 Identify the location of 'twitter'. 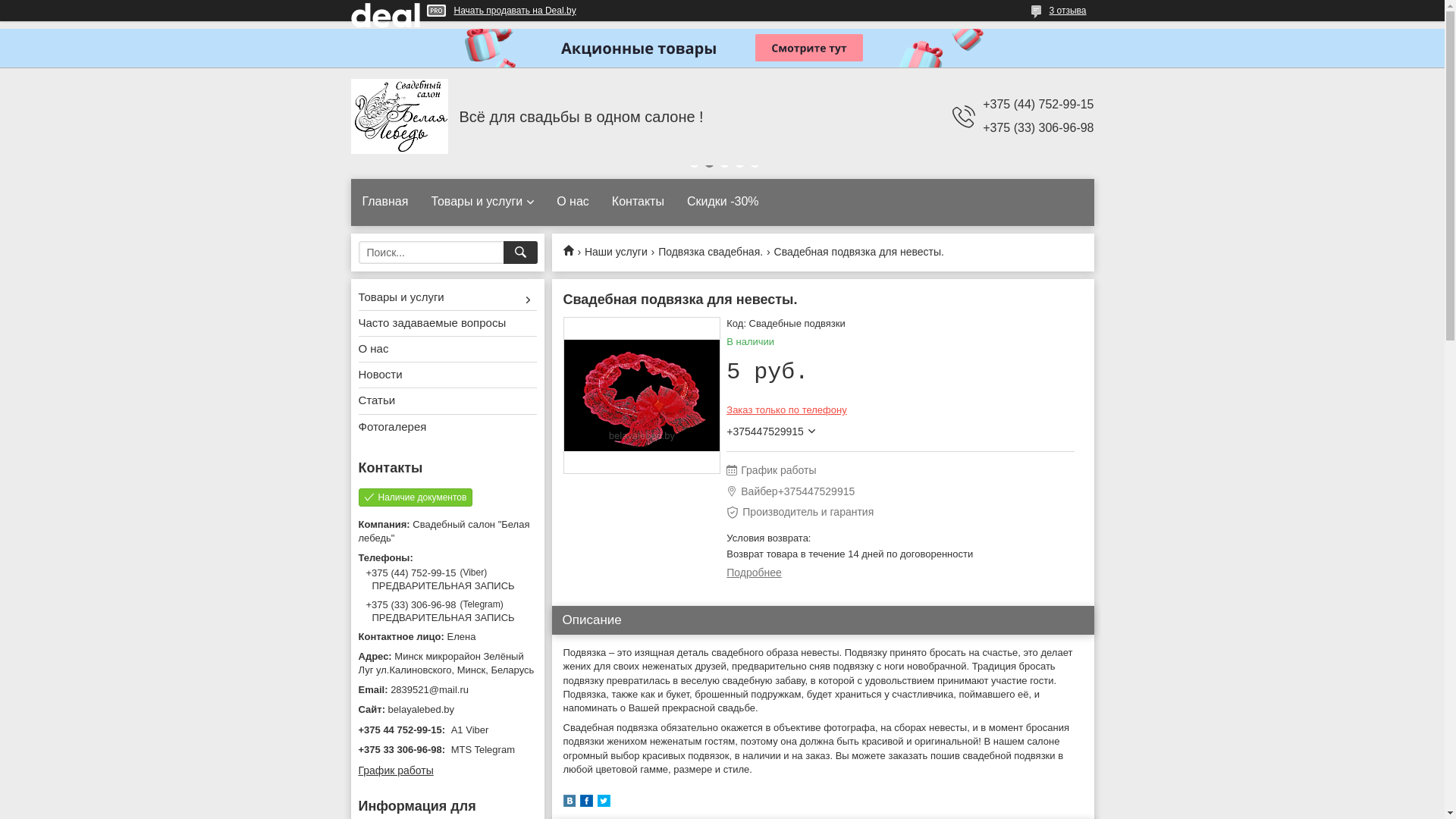
(596, 802).